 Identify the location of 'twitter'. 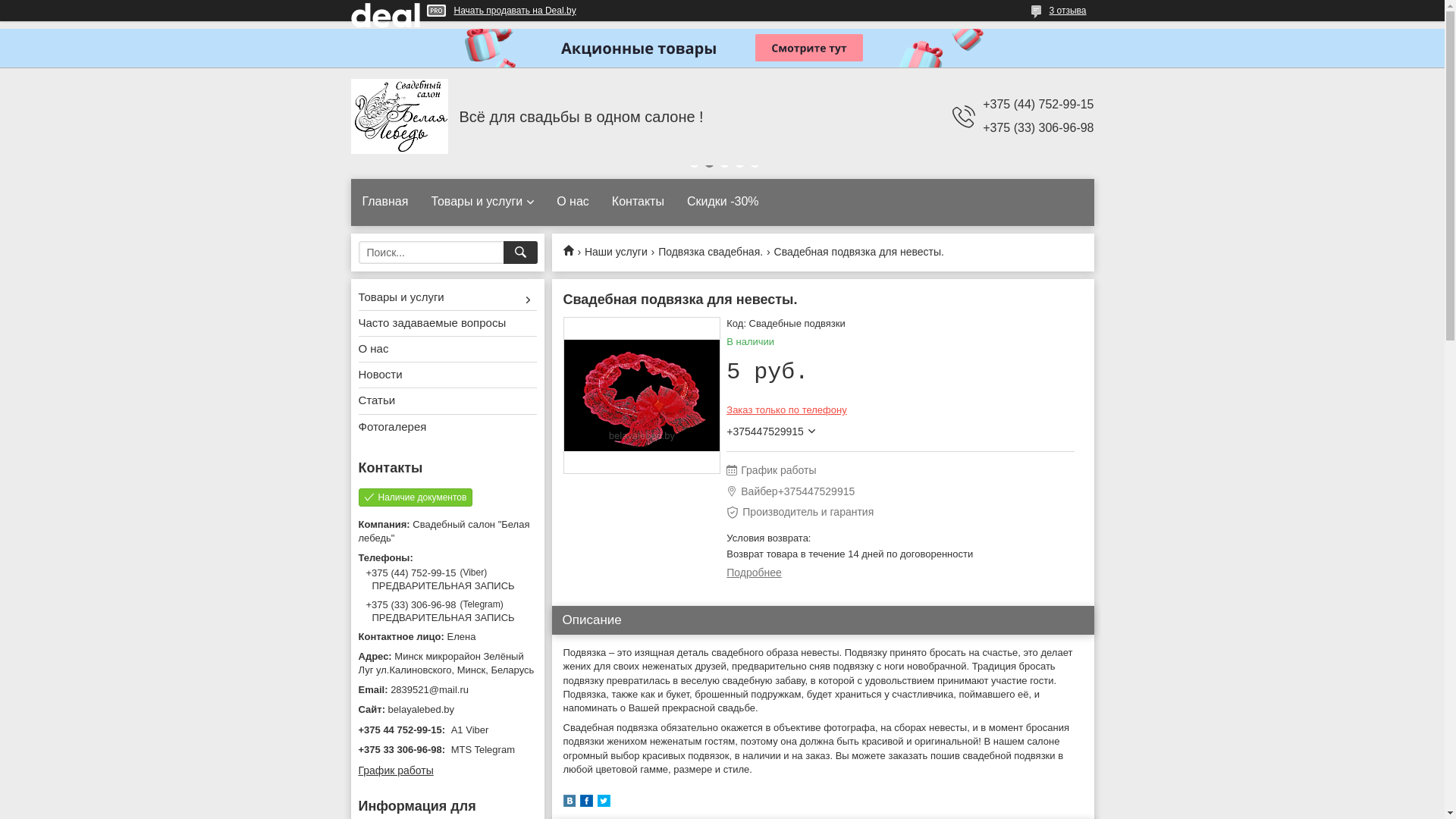
(596, 802).